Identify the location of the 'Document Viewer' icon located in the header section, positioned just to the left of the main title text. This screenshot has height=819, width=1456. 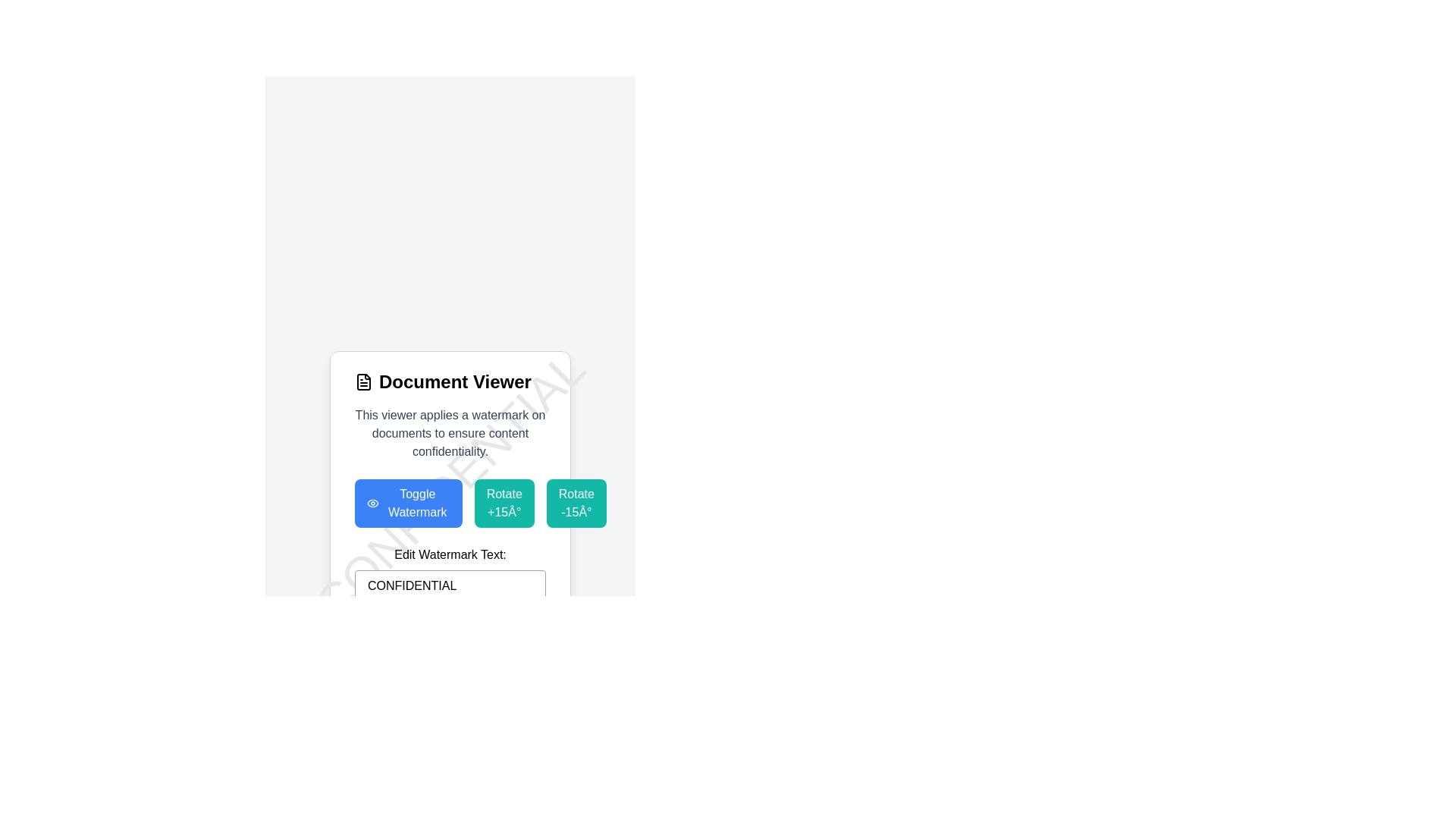
(364, 381).